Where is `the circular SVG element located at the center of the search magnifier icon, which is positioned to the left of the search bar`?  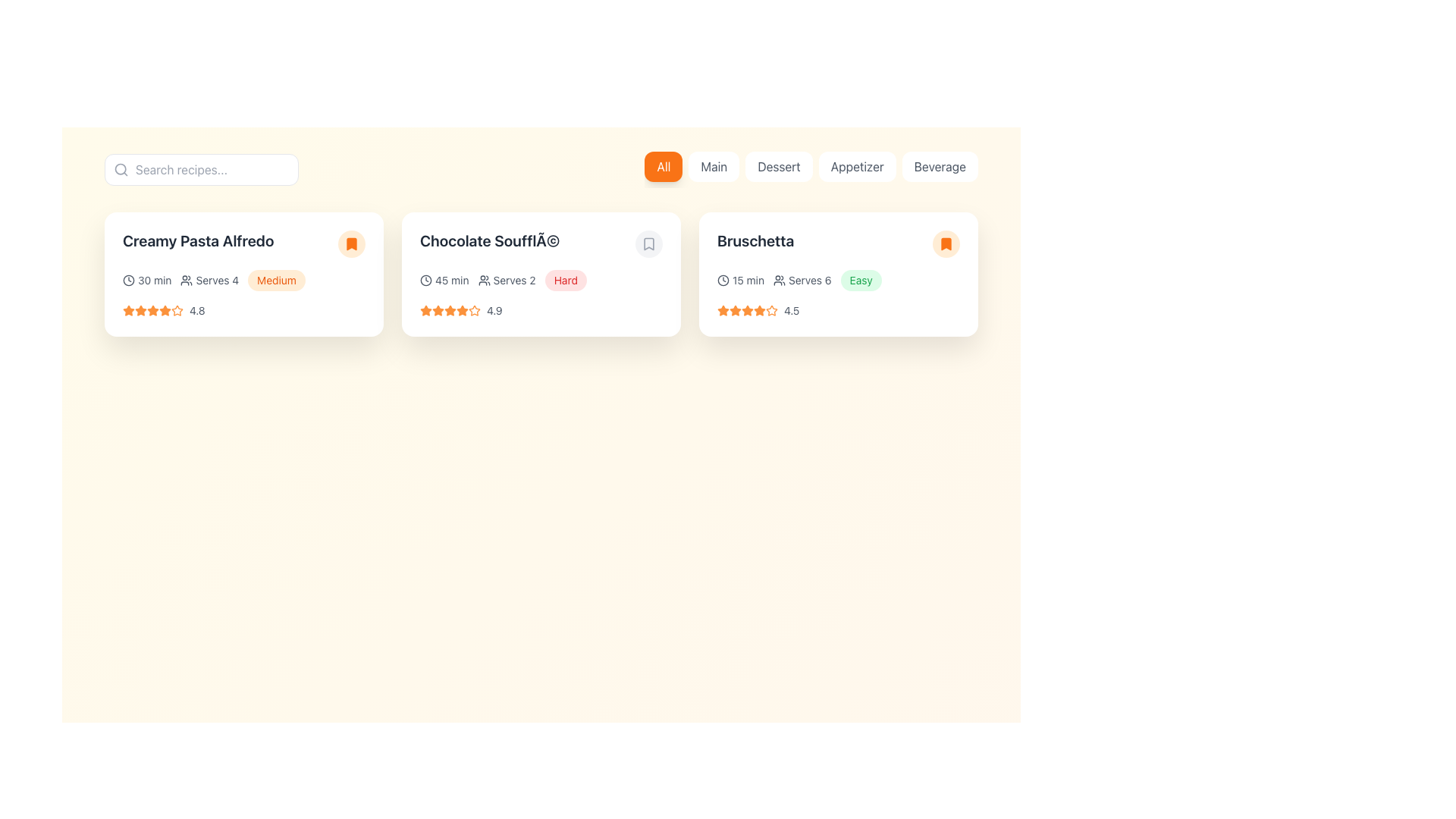
the circular SVG element located at the center of the search magnifier icon, which is positioned to the left of the search bar is located at coordinates (120, 169).